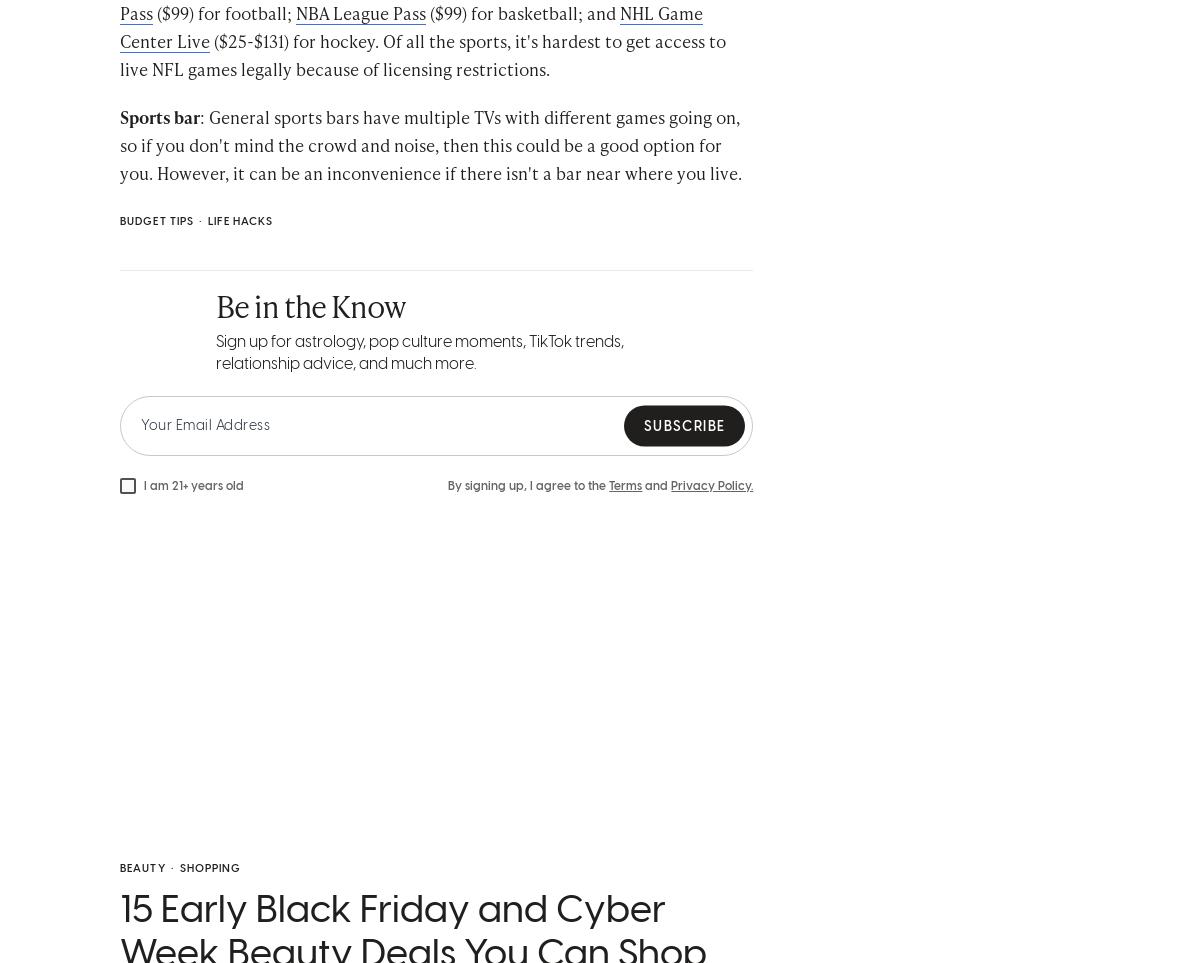 This screenshot has width=1200, height=963. What do you see at coordinates (683, 451) in the screenshot?
I see `'Subscribe'` at bounding box center [683, 451].